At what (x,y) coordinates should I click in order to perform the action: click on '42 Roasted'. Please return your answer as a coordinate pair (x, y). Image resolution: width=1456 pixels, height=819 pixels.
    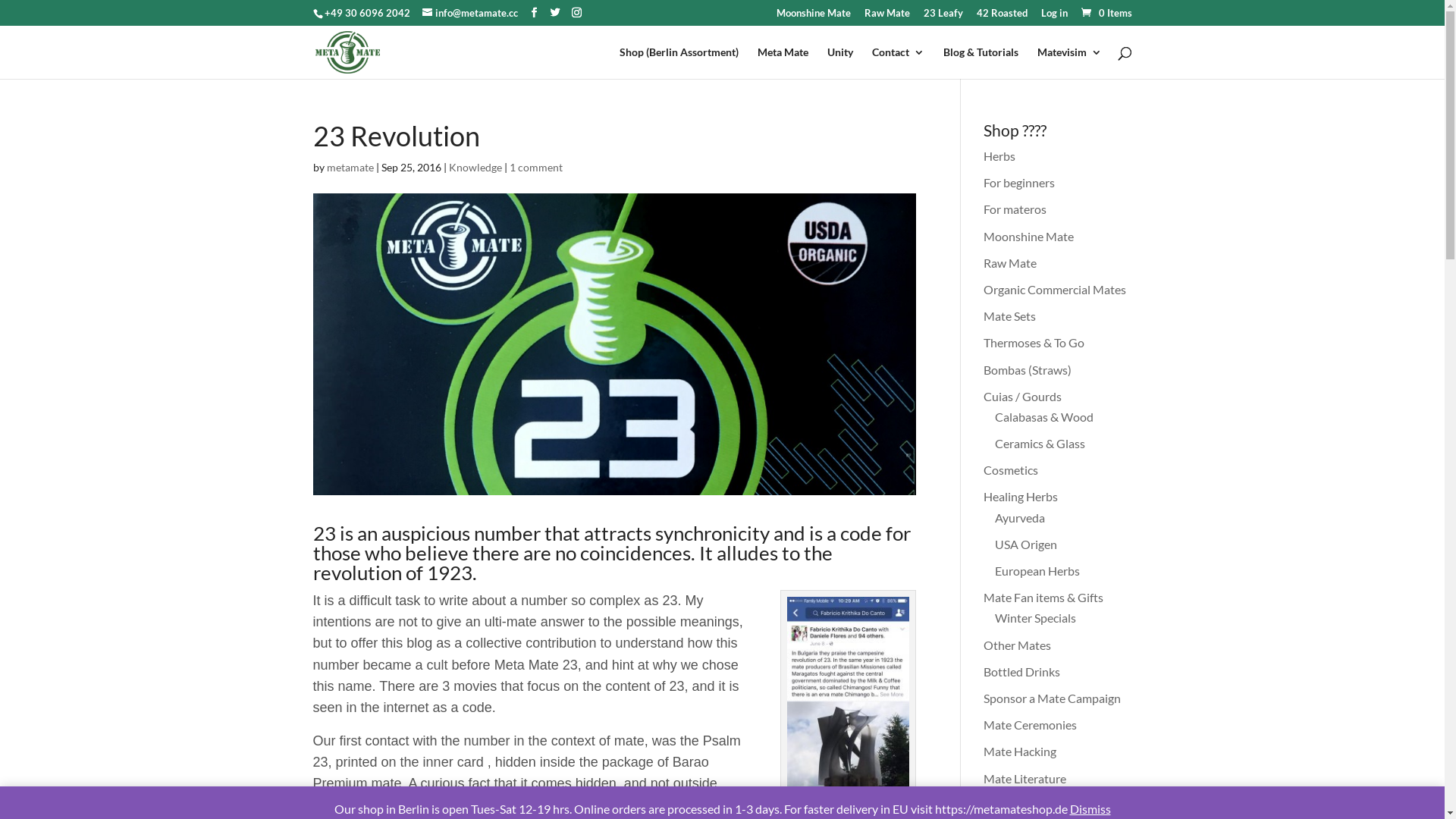
    Looking at the image, I should click on (1002, 17).